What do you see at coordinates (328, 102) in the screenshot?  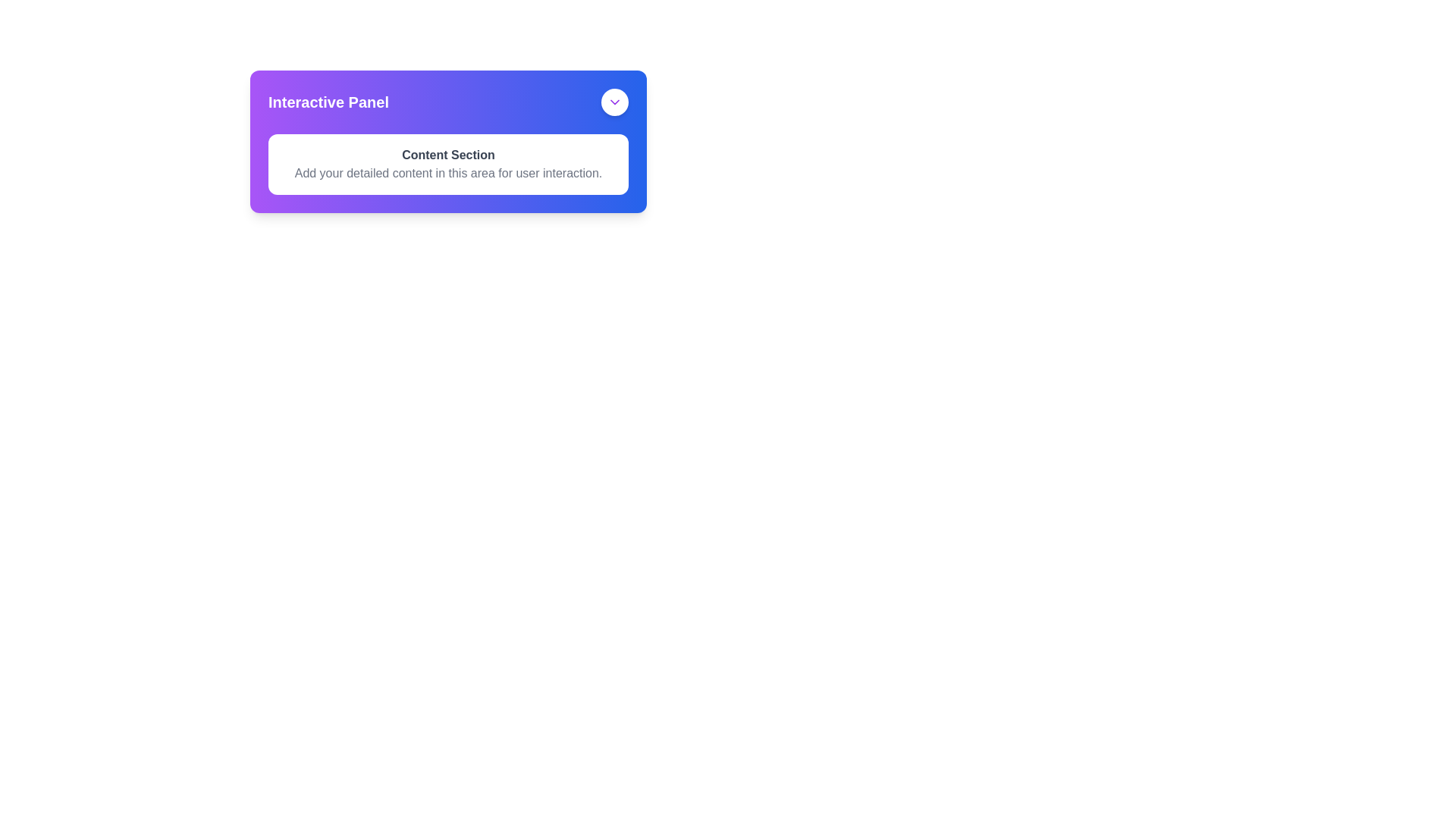 I see `the title of the text label displaying 'Interactive Panel' located in the upper left corner of the gradient-filled header` at bounding box center [328, 102].